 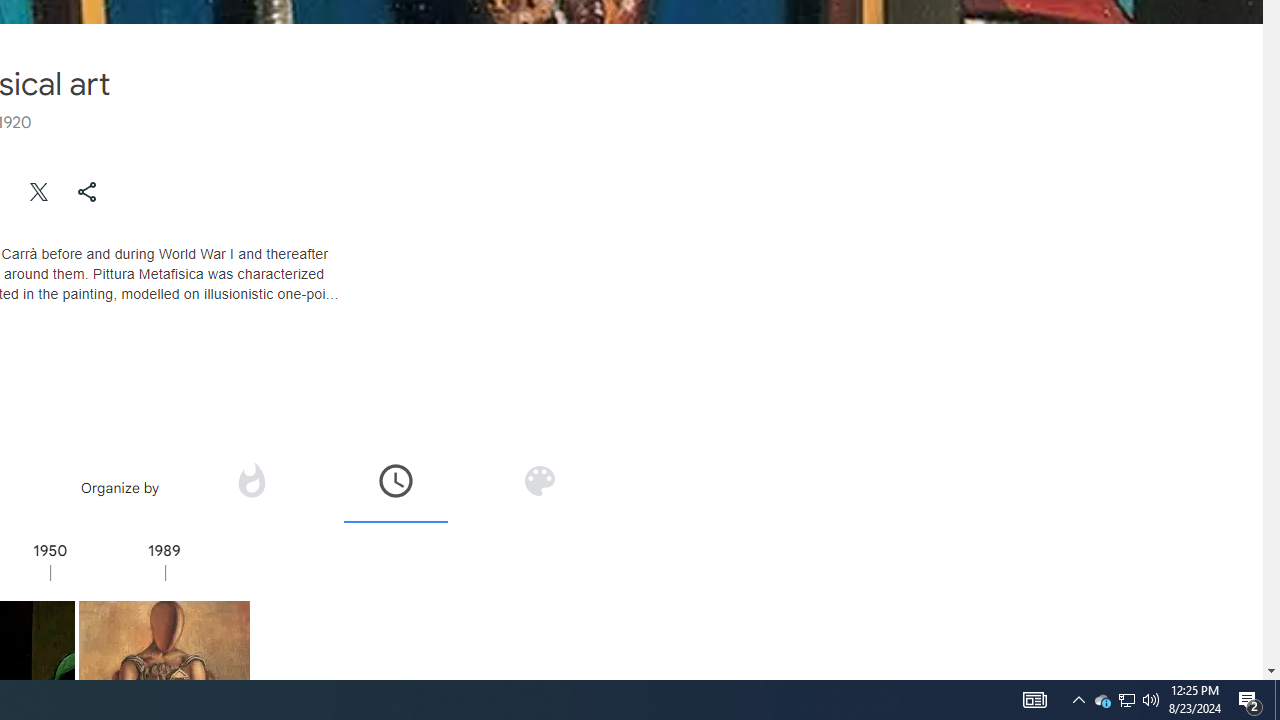 What do you see at coordinates (538, 487) in the screenshot?
I see `'Organize by color'` at bounding box center [538, 487].